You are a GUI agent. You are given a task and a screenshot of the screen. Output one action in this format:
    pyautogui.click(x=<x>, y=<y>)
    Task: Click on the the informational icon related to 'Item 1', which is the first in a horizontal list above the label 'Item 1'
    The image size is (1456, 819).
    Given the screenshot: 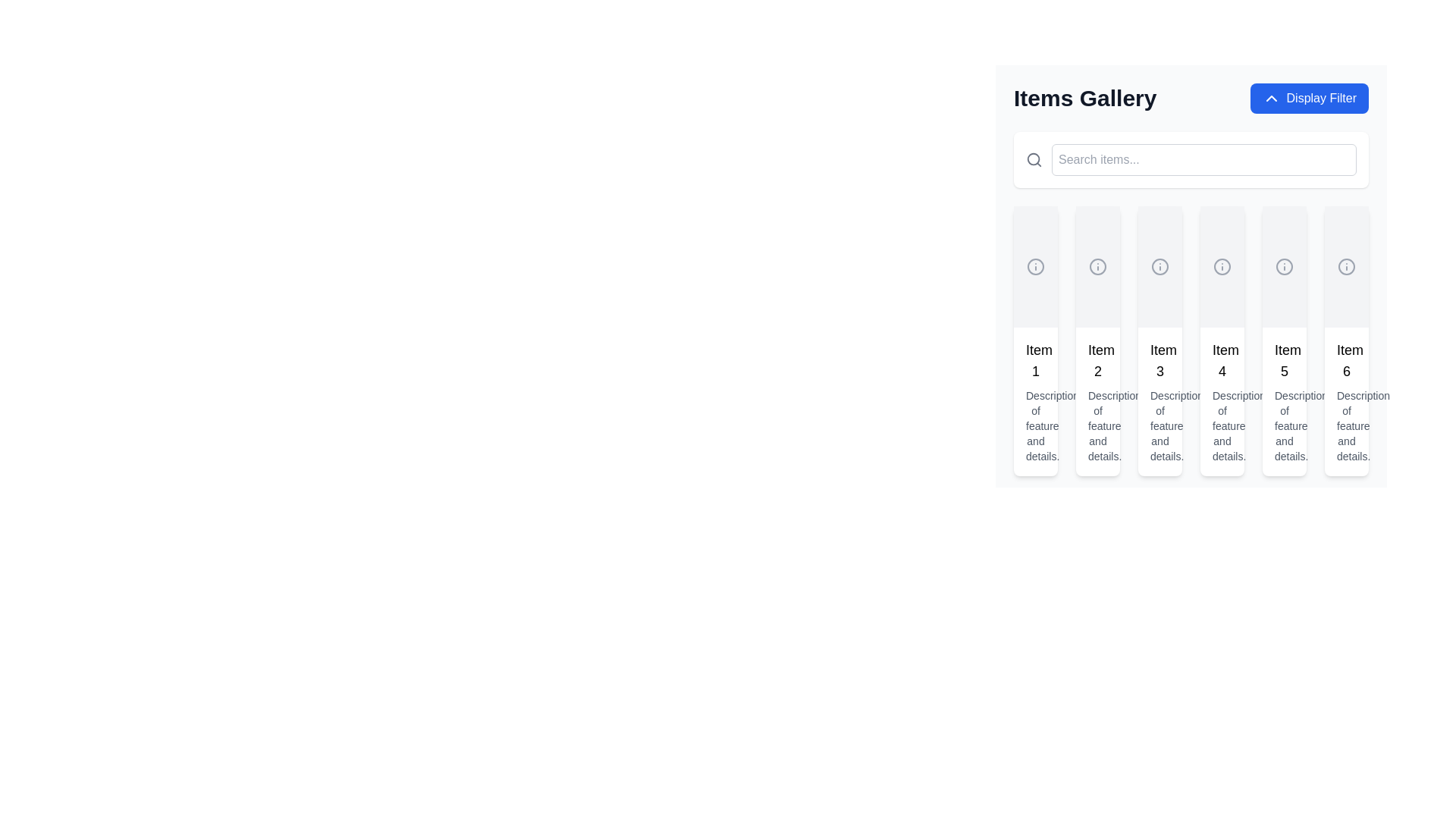 What is the action you would take?
    pyautogui.click(x=1035, y=265)
    